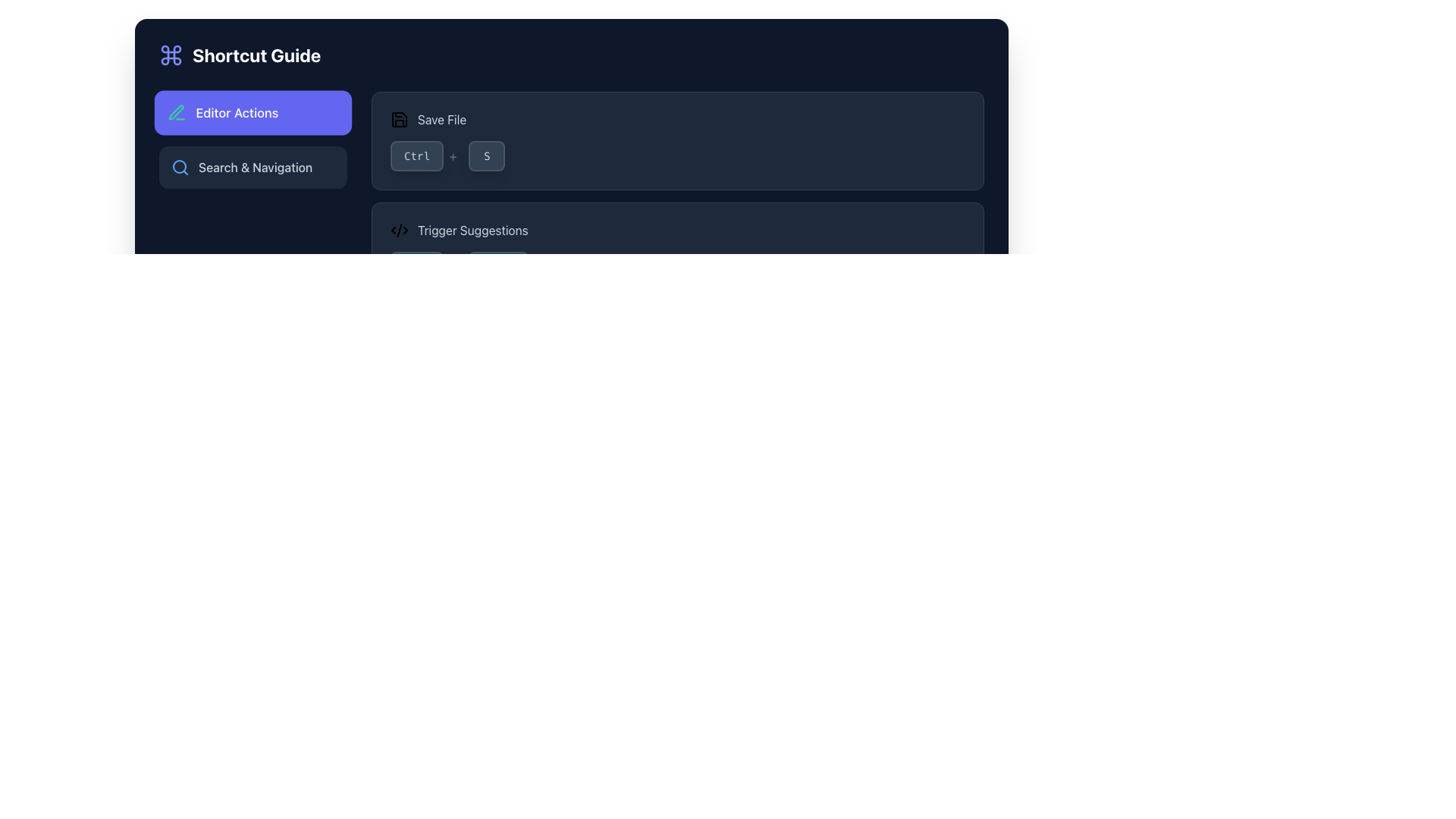 This screenshot has height=819, width=1456. What do you see at coordinates (452, 155) in the screenshot?
I see `the Textual symbol indicating the 'Ctrl+S' shortcut representation, located in the top central section of the interface under the 'Save File' label` at bounding box center [452, 155].